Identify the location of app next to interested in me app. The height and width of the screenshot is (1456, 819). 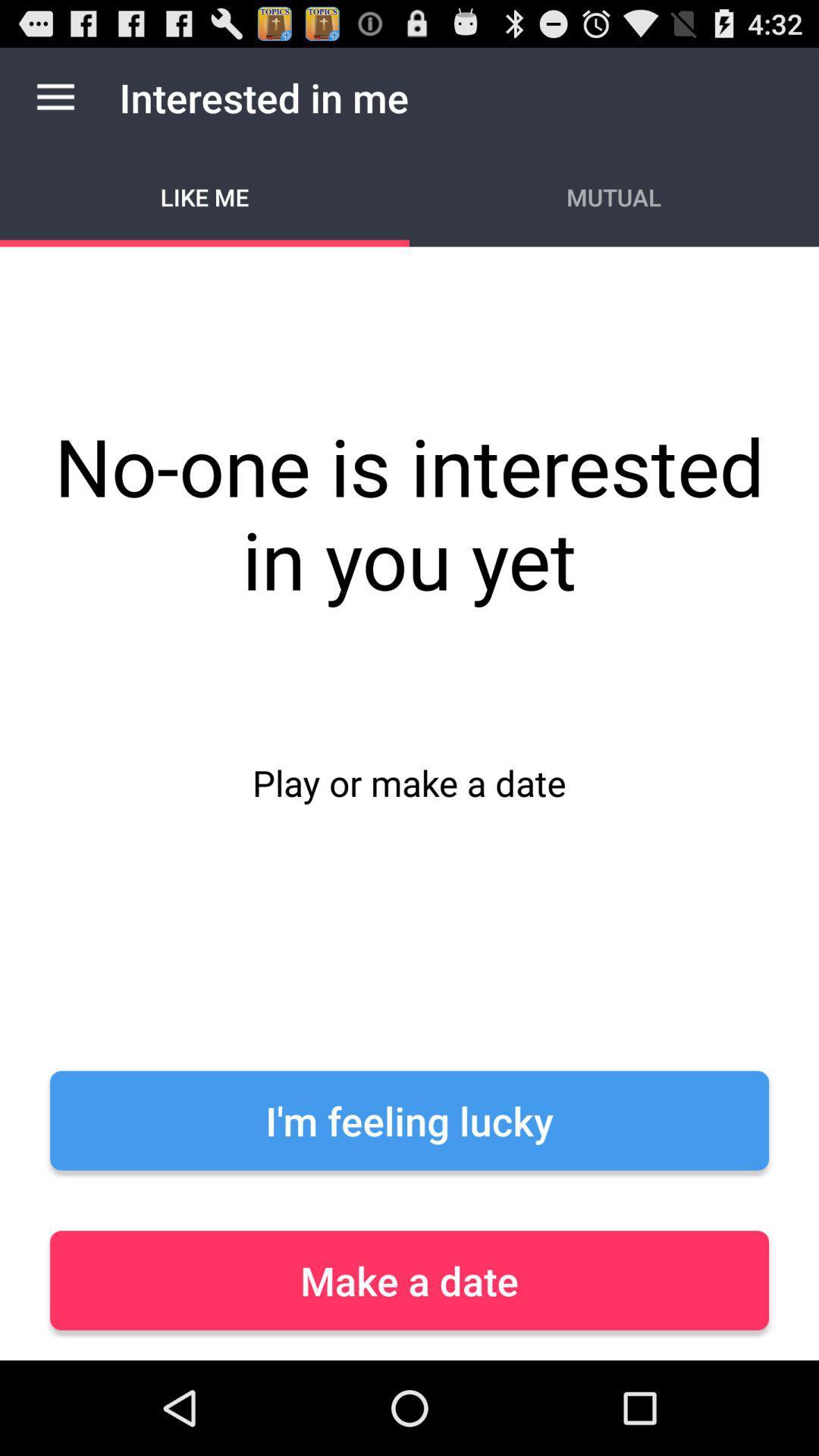
(55, 96).